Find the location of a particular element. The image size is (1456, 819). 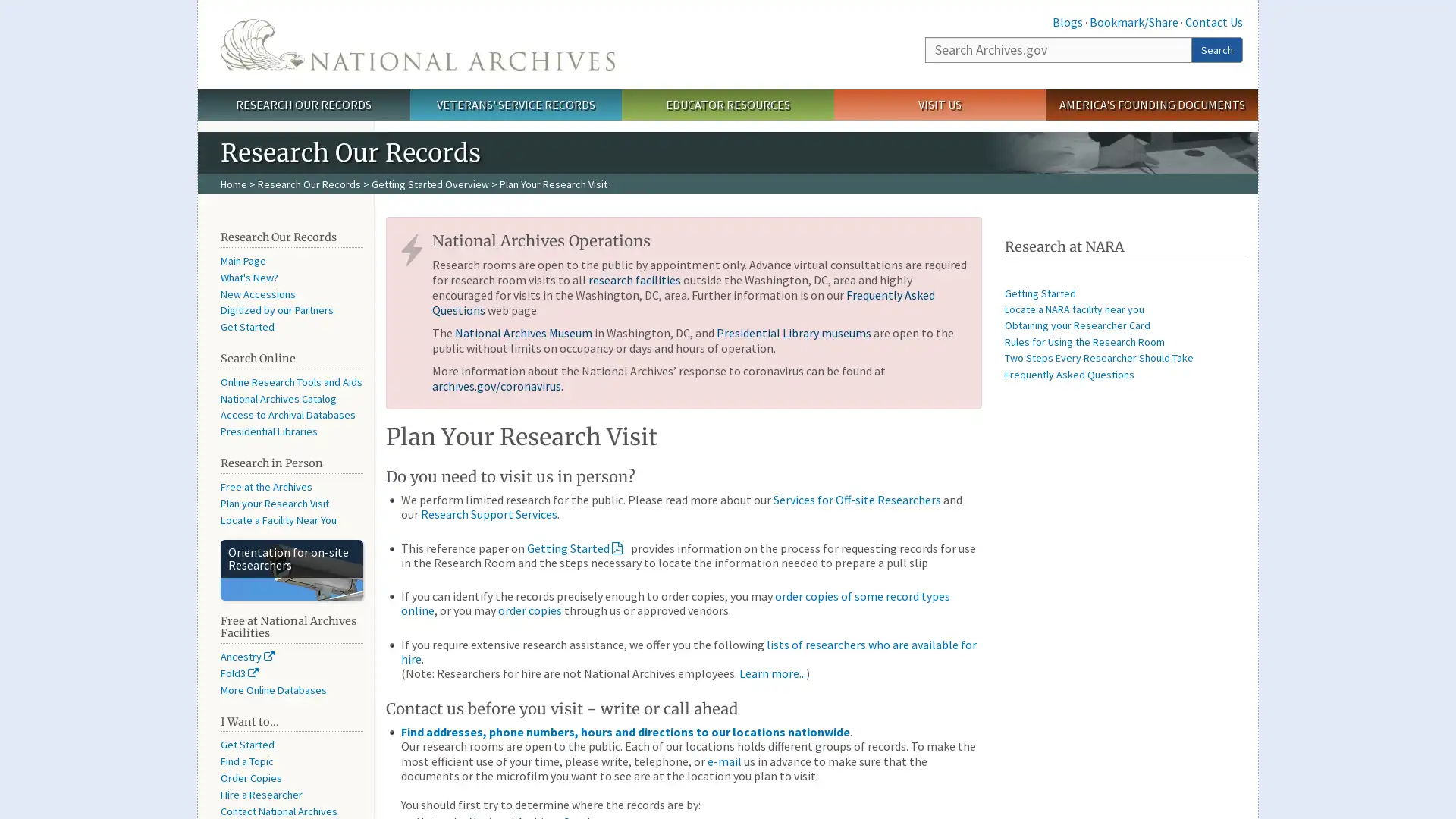

Search is located at coordinates (1216, 49).